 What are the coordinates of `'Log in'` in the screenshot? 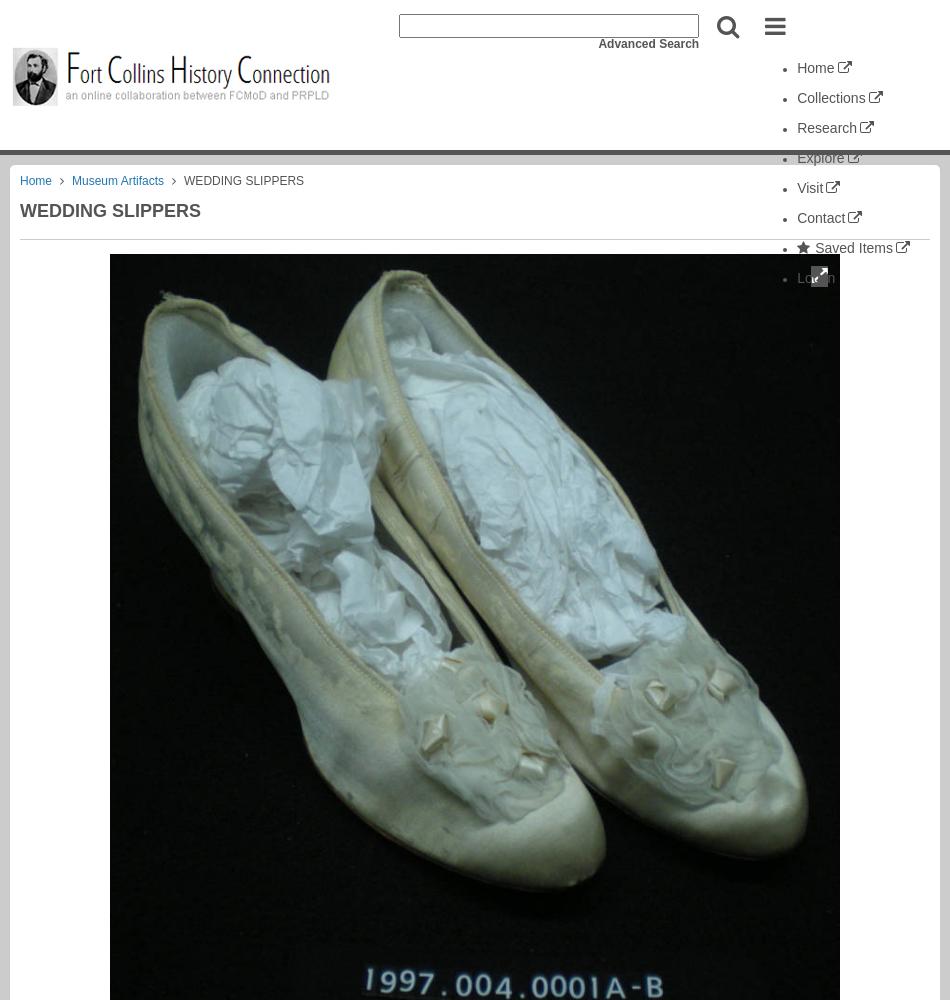 It's located at (814, 278).